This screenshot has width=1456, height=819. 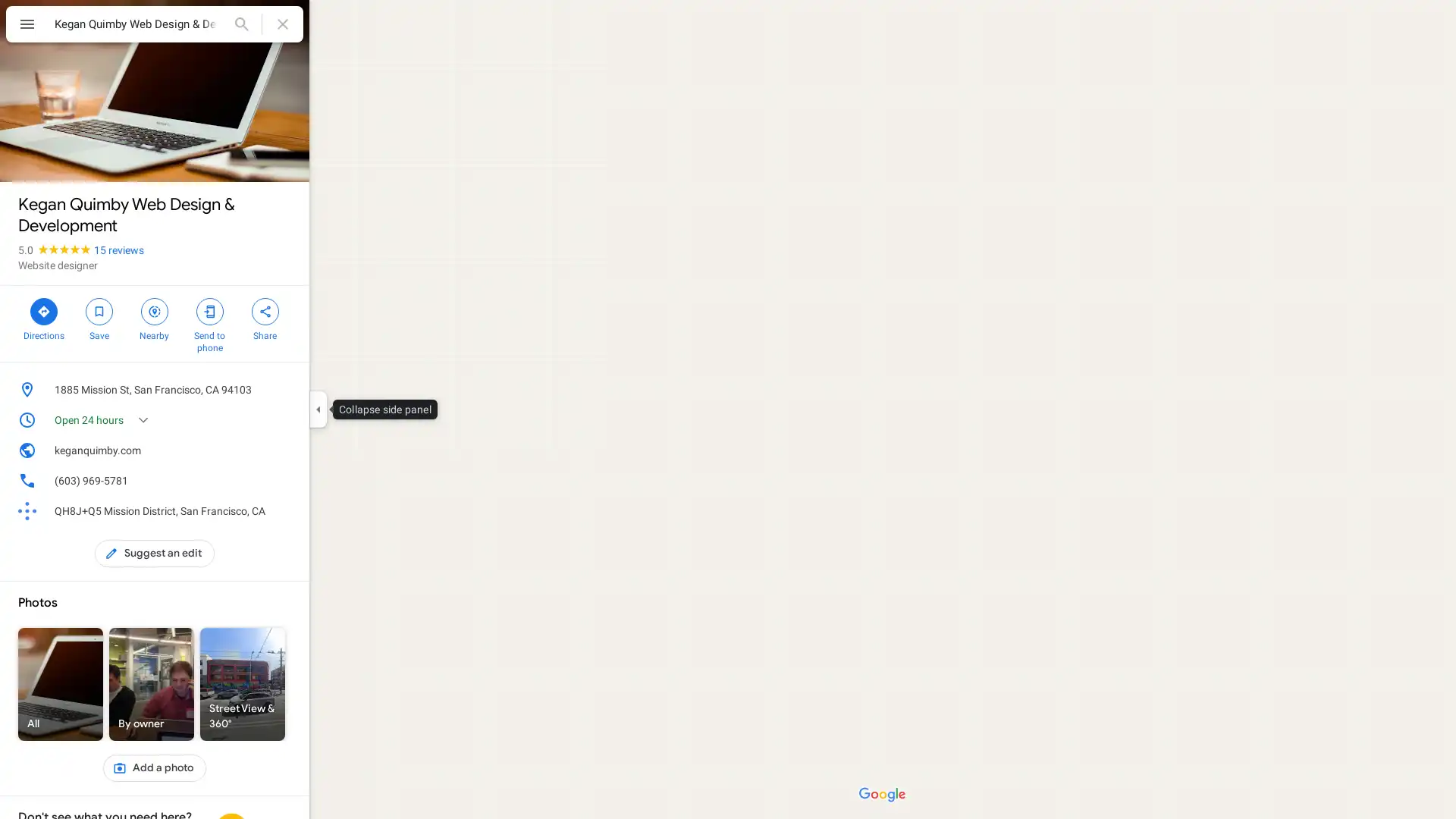 What do you see at coordinates (209, 323) in the screenshot?
I see `Send Kegan Quimby Web Design & Development to your phone` at bounding box center [209, 323].